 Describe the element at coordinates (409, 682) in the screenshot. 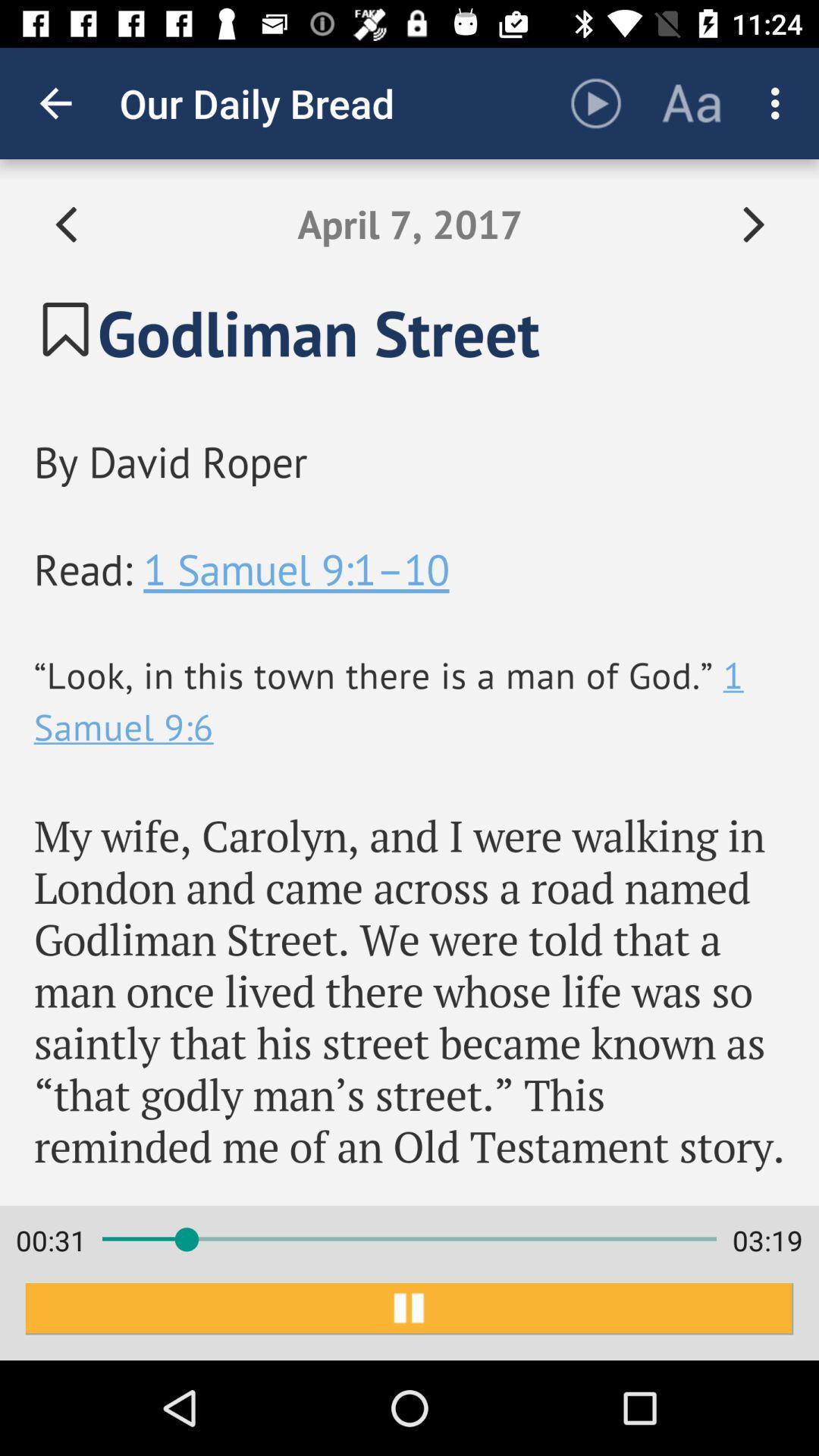

I see `item at the center` at that location.